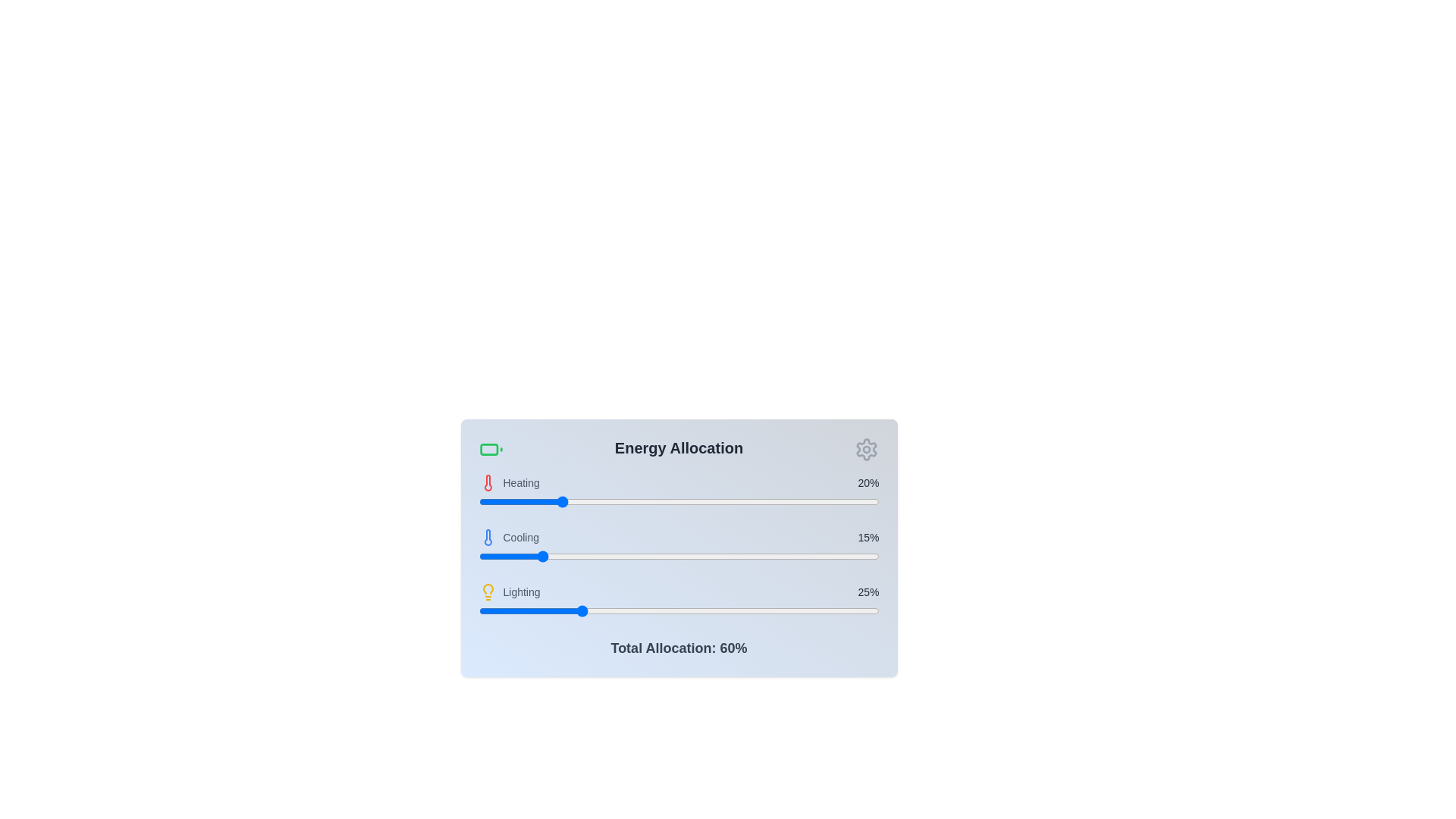 The width and height of the screenshot is (1456, 819). Describe the element at coordinates (775, 556) in the screenshot. I see `the cooling allocation slider to 74%` at that location.